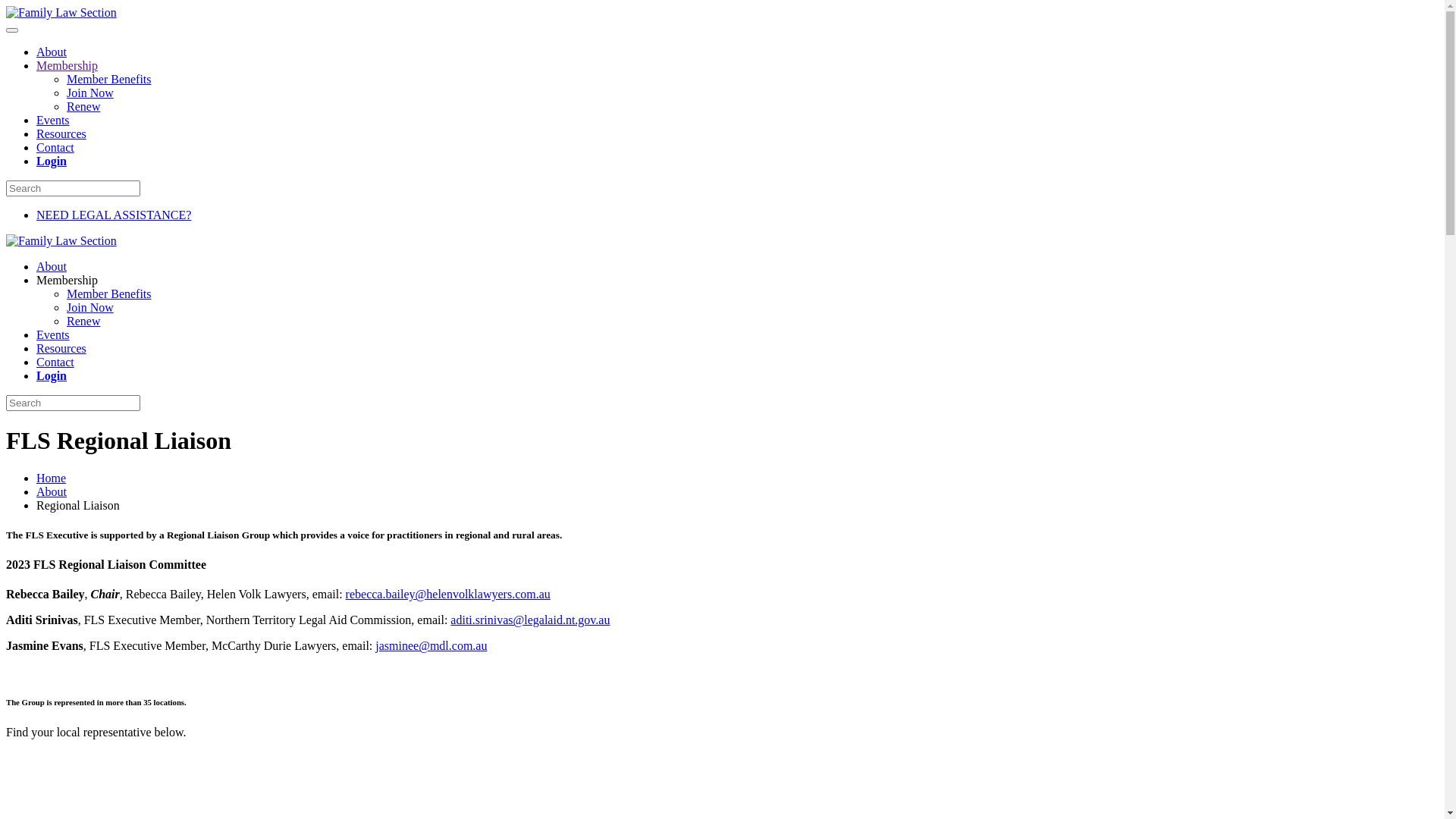  I want to click on 'Events', so click(36, 334).